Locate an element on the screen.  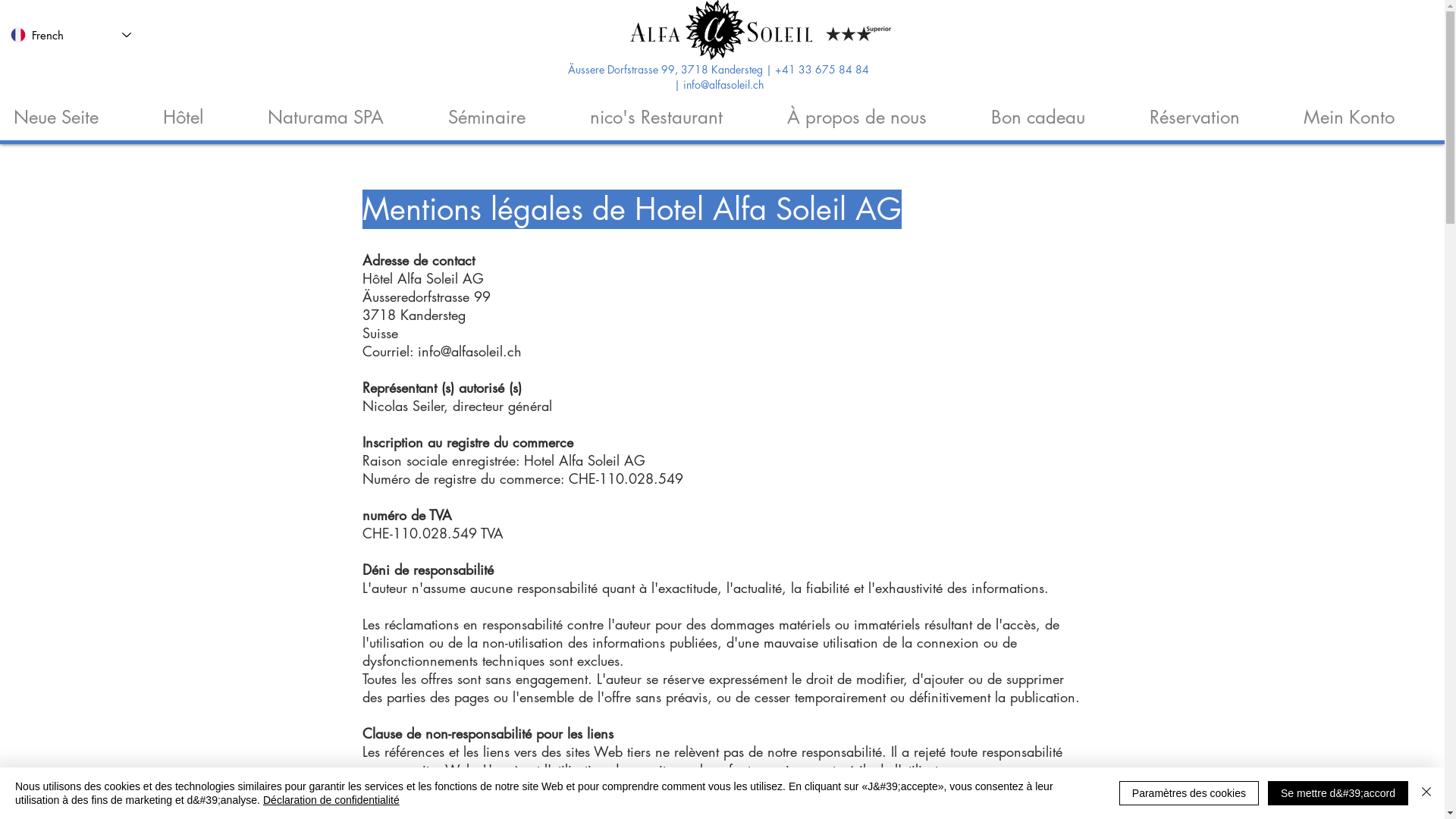
'Neue Seite' is located at coordinates (74, 109).